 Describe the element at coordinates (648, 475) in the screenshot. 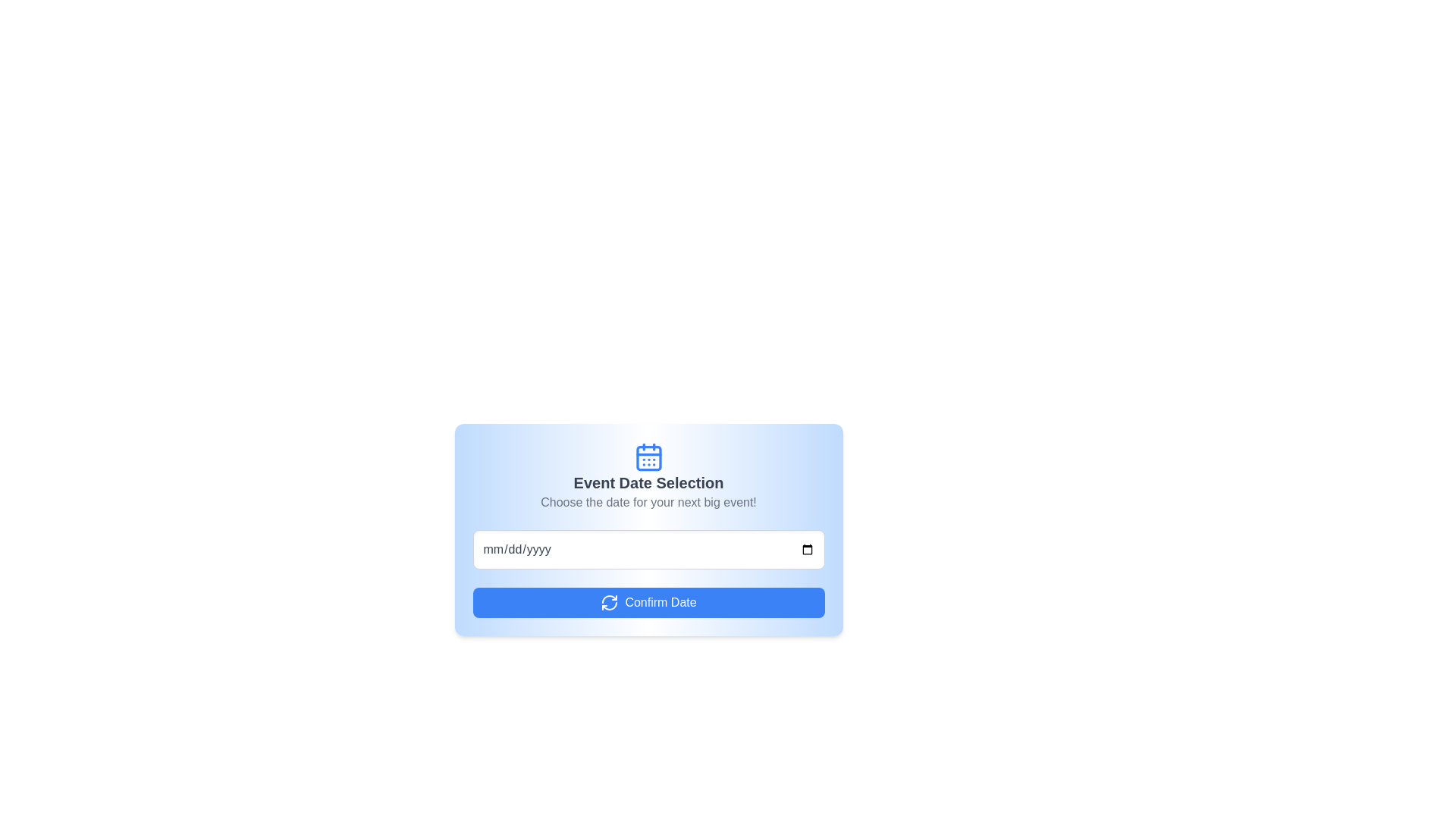

I see `the Informational panel titled 'Event Date Selection' that contains a blue calendar icon and encourages users to choose a date for their next big event` at that location.